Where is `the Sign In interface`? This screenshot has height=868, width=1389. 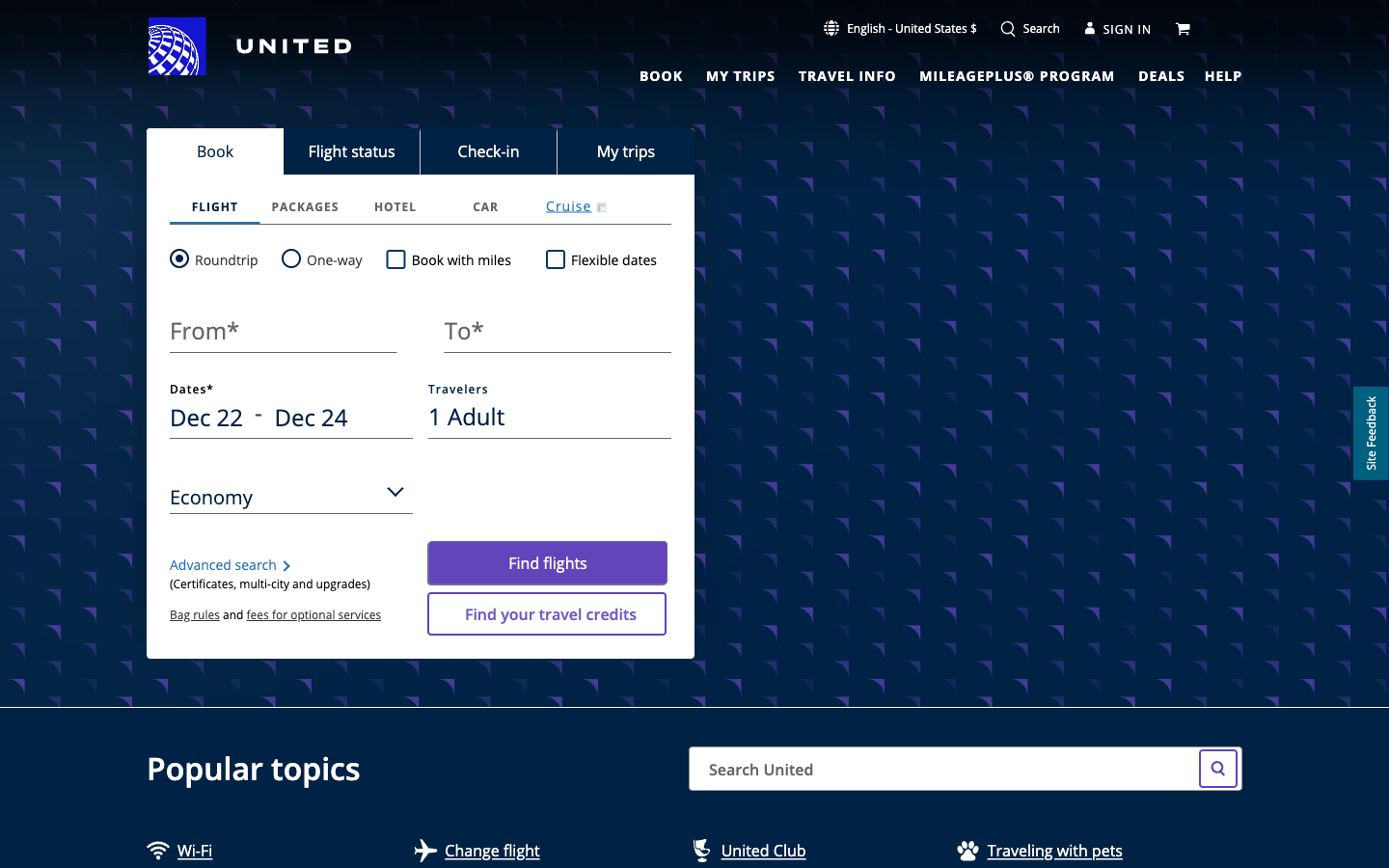 the Sign In interface is located at coordinates (1118, 27).